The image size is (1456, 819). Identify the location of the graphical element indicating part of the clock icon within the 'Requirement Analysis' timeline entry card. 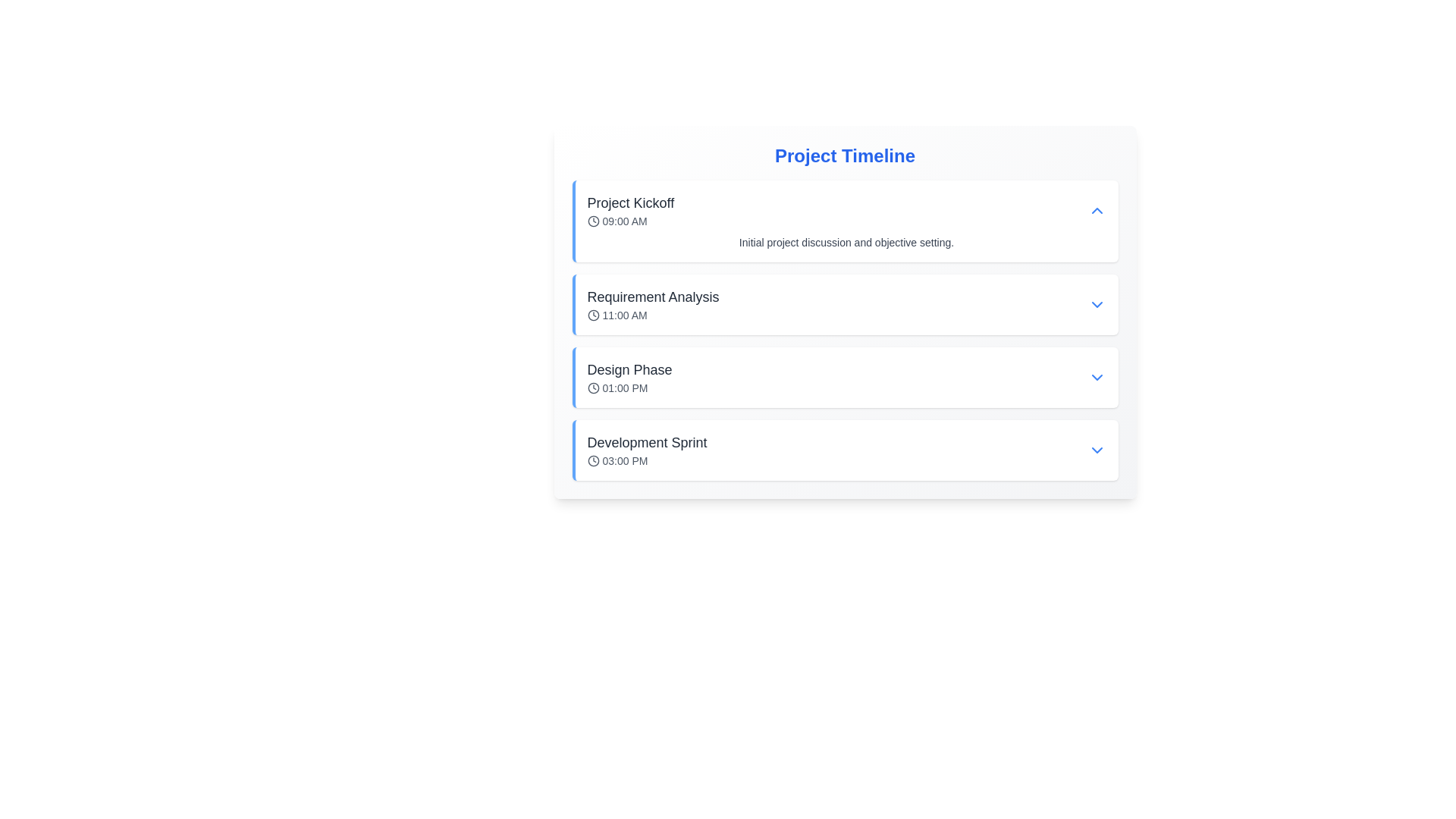
(592, 315).